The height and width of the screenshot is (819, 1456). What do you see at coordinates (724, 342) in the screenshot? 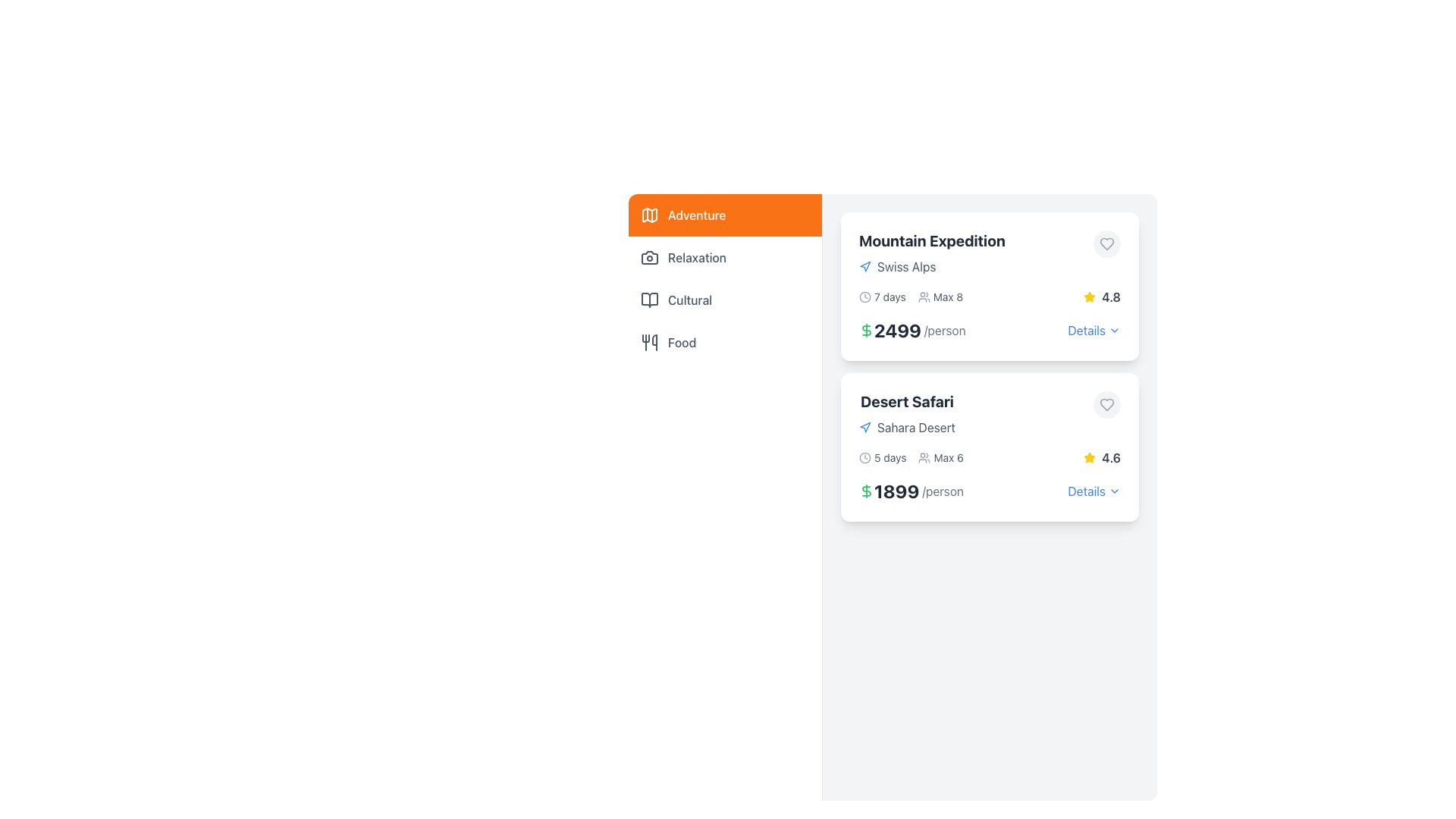
I see `the interactive 'Food' button located in the vertical list of options on the left panel, which is positioned under the 'Cultural' button and is the fourth button in the group` at bounding box center [724, 342].